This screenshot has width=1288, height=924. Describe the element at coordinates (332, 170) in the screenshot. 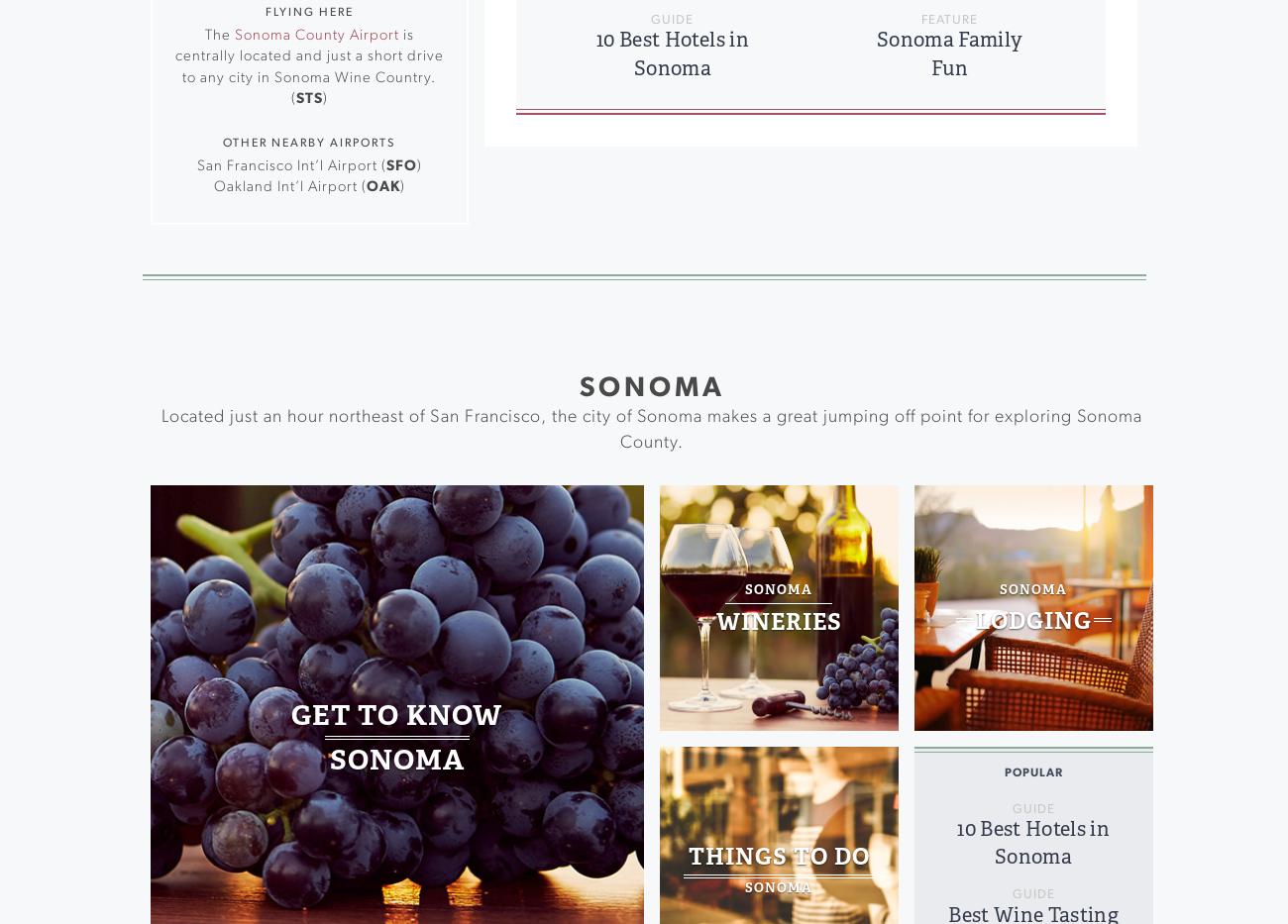

I see `'Farmer’s Markets'` at that location.